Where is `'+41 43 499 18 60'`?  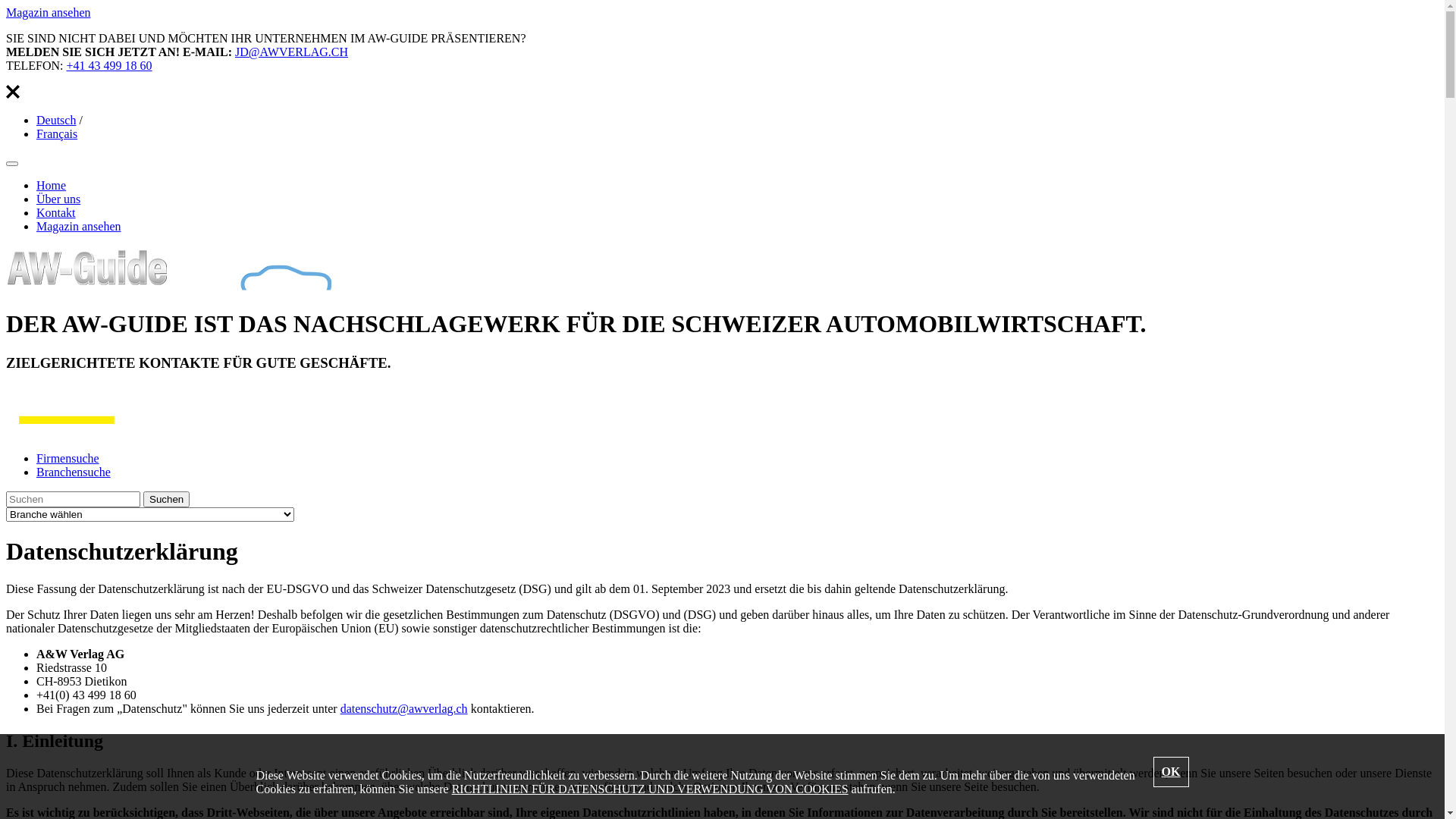 '+41 43 499 18 60' is located at coordinates (65, 64).